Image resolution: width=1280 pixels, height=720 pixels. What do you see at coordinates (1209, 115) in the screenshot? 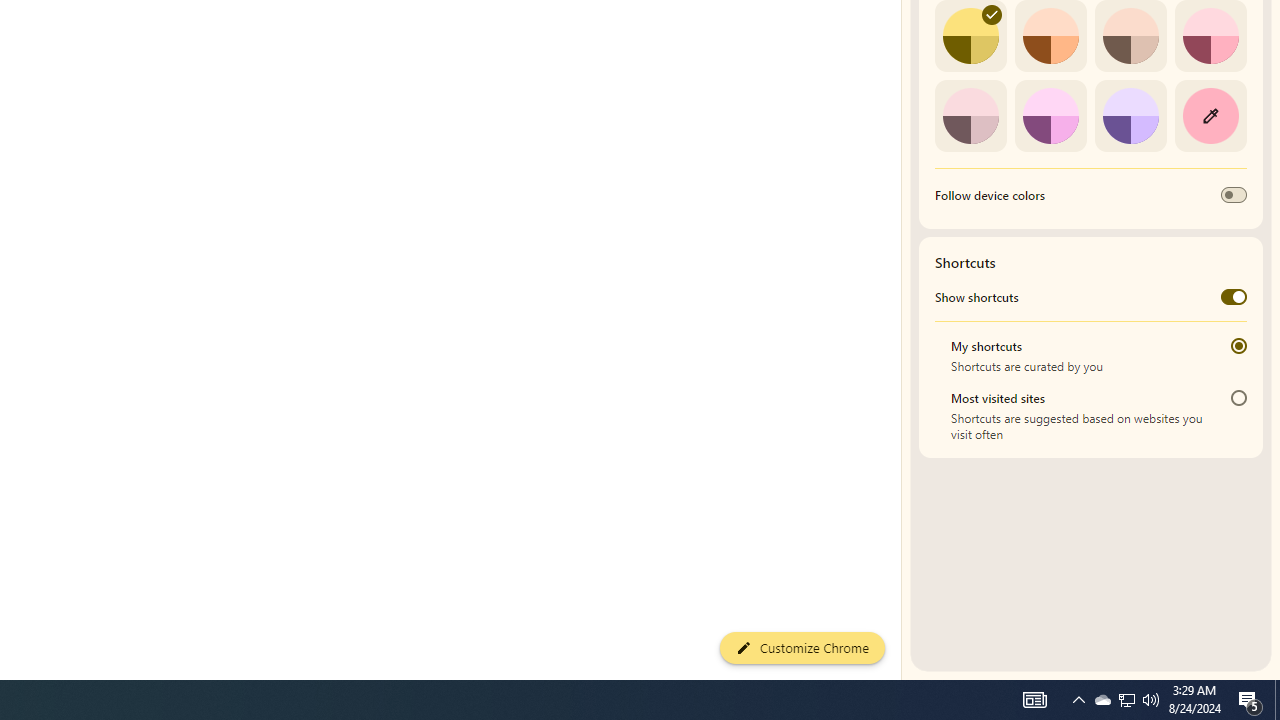
I see `'Custom color'` at bounding box center [1209, 115].